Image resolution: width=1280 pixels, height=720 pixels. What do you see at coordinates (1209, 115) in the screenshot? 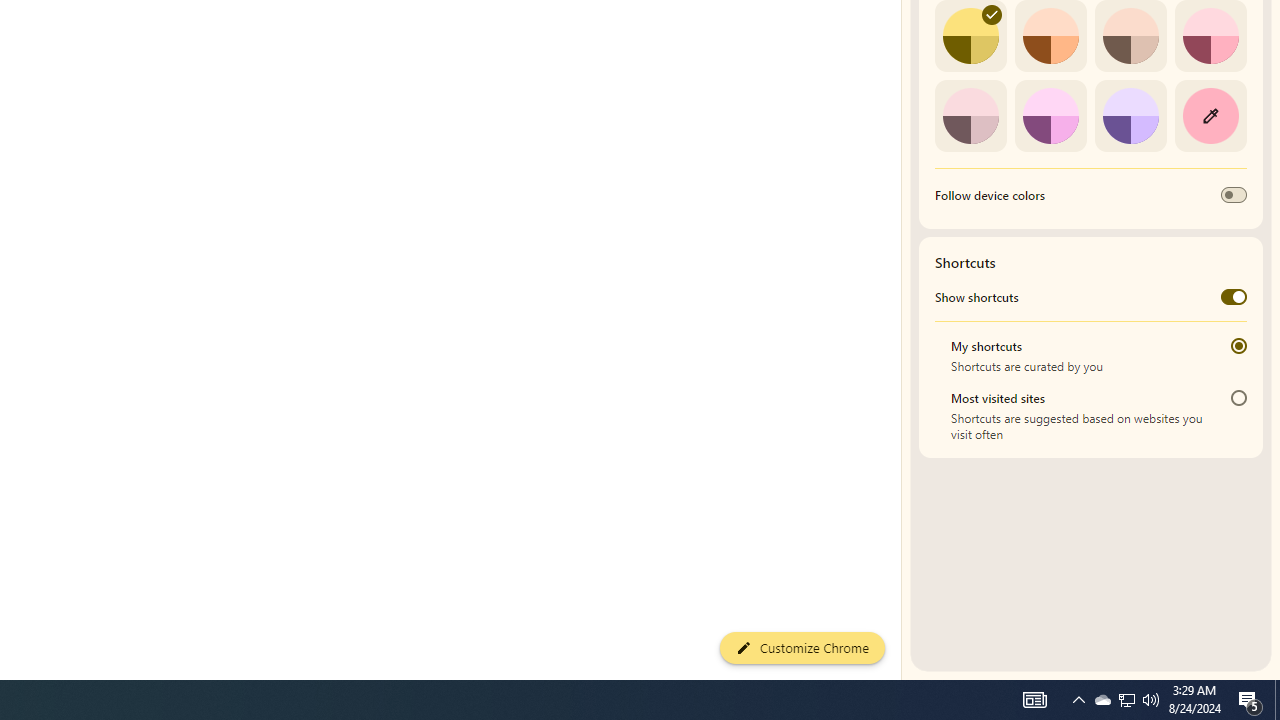
I see `'Custom color'` at bounding box center [1209, 115].